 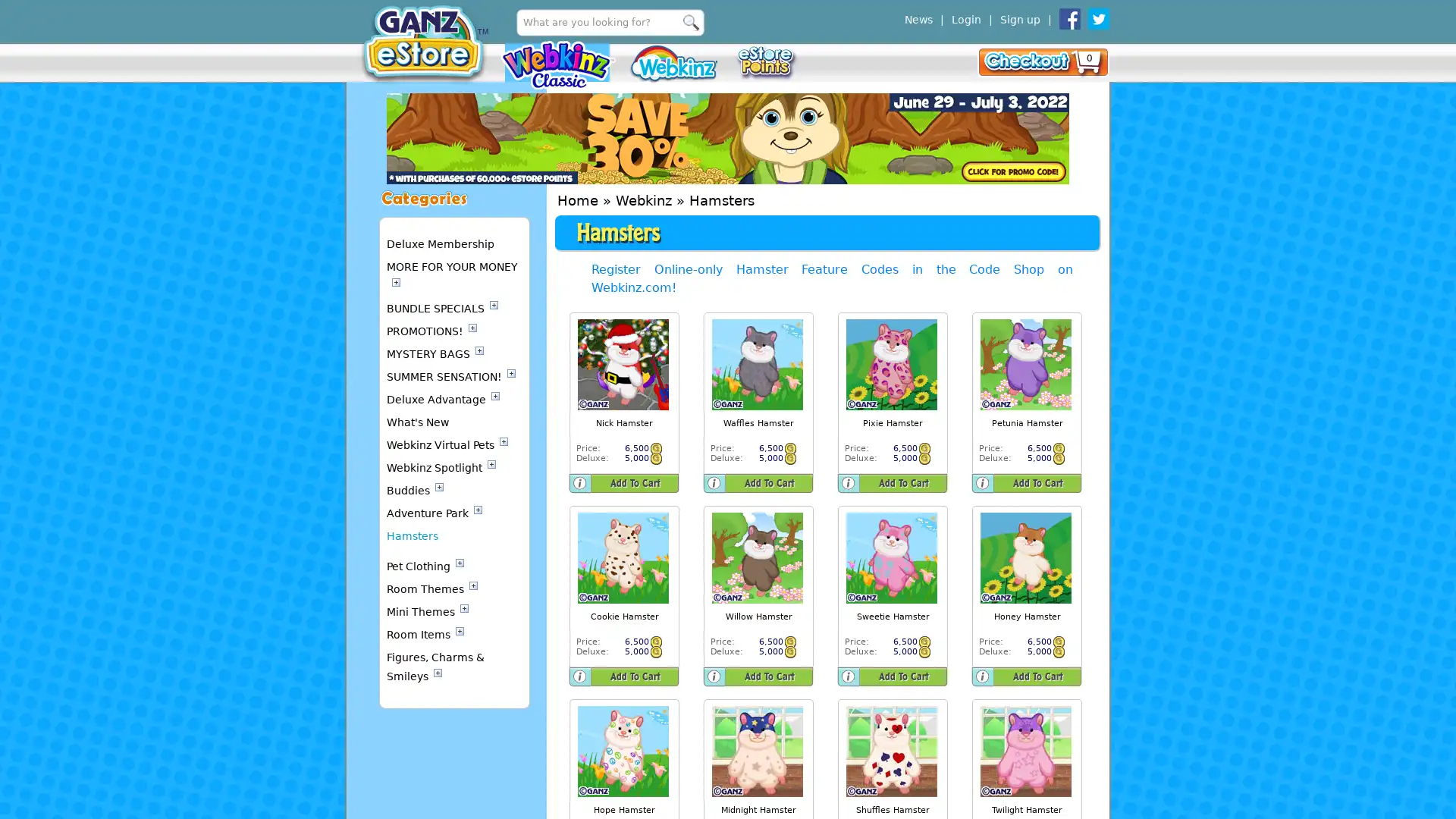 I want to click on Add To Cart, so click(x=635, y=482).